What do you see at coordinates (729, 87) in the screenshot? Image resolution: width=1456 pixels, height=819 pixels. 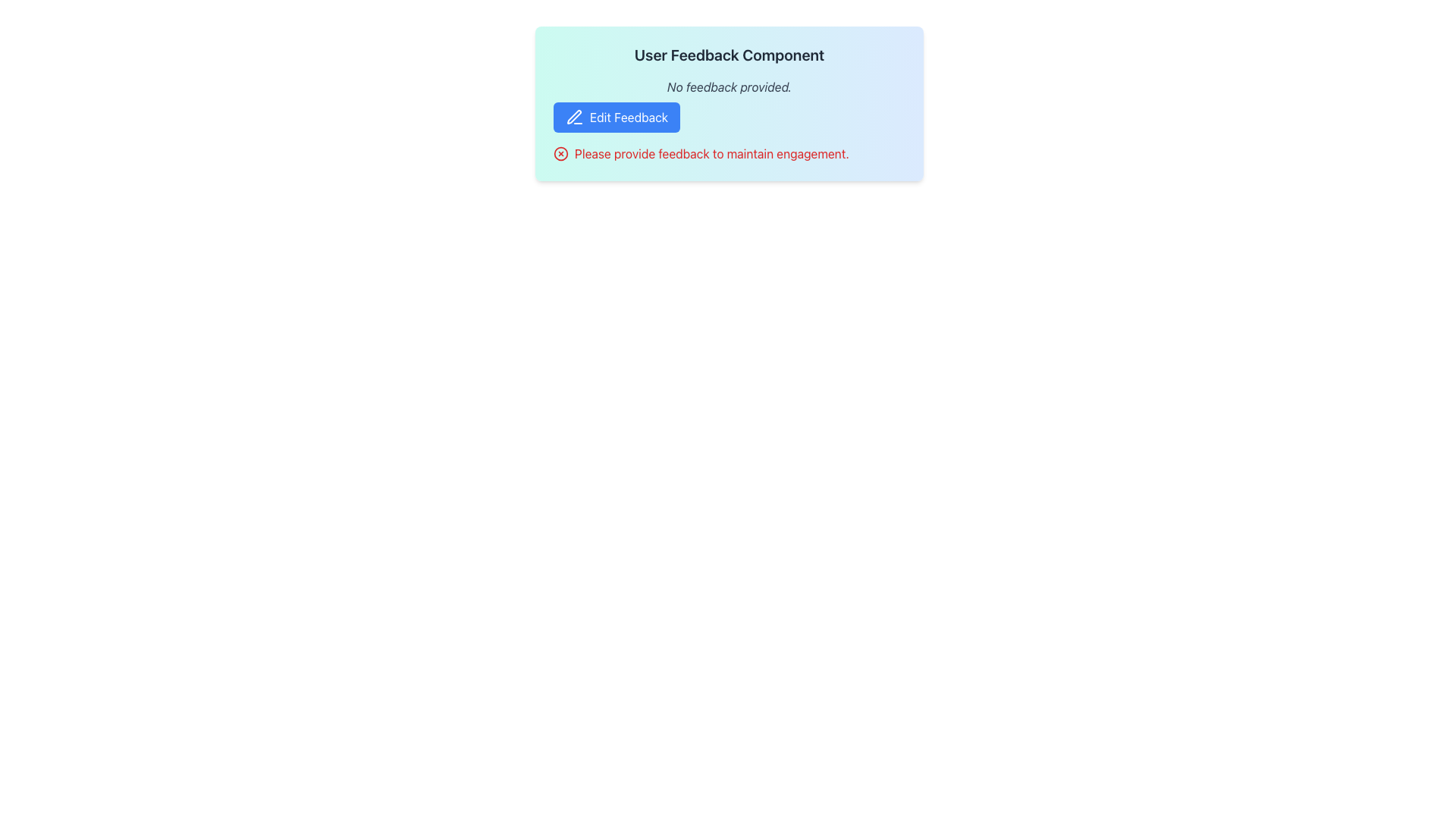 I see `the static text element that displays 'No feedback provided.' styled in italicized grayish font on a light blue background, located above the 'Edit Feedback' button` at bounding box center [729, 87].